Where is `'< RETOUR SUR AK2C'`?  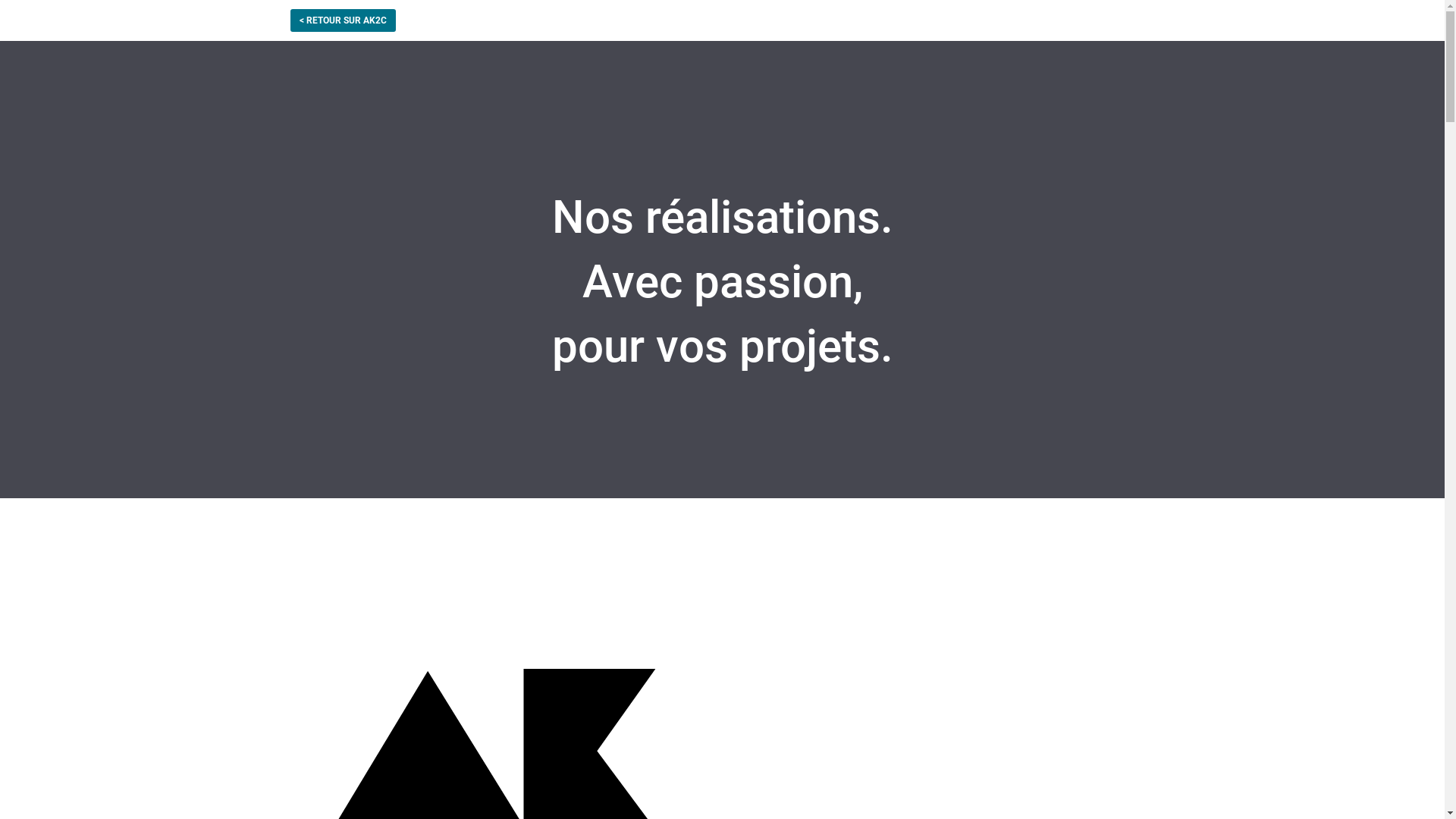
'< RETOUR SUR AK2C' is located at coordinates (290, 20).